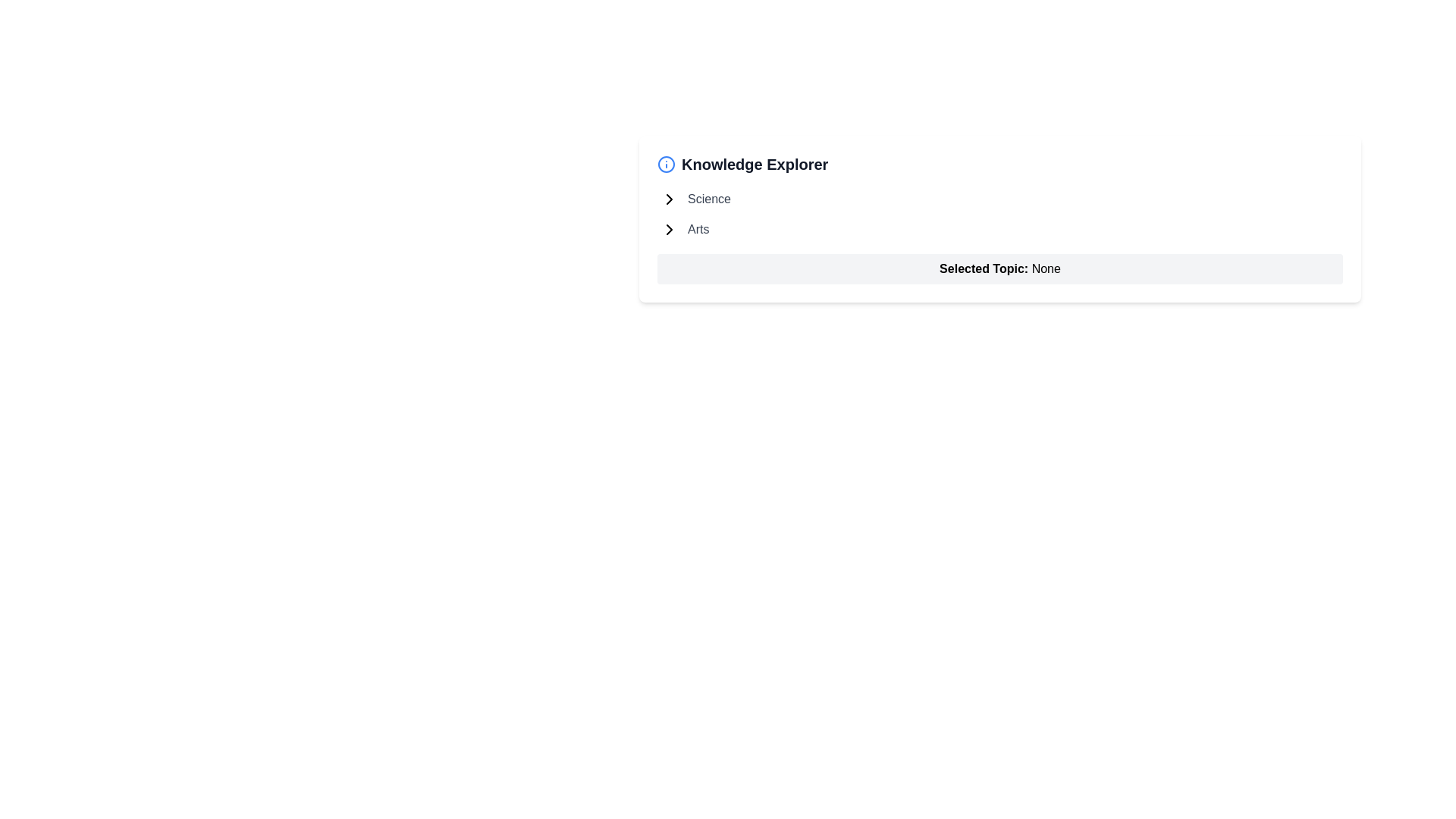 The width and height of the screenshot is (1456, 819). What do you see at coordinates (669, 198) in the screenshot?
I see `the toggle button located to the left of the 'Science' text label` at bounding box center [669, 198].